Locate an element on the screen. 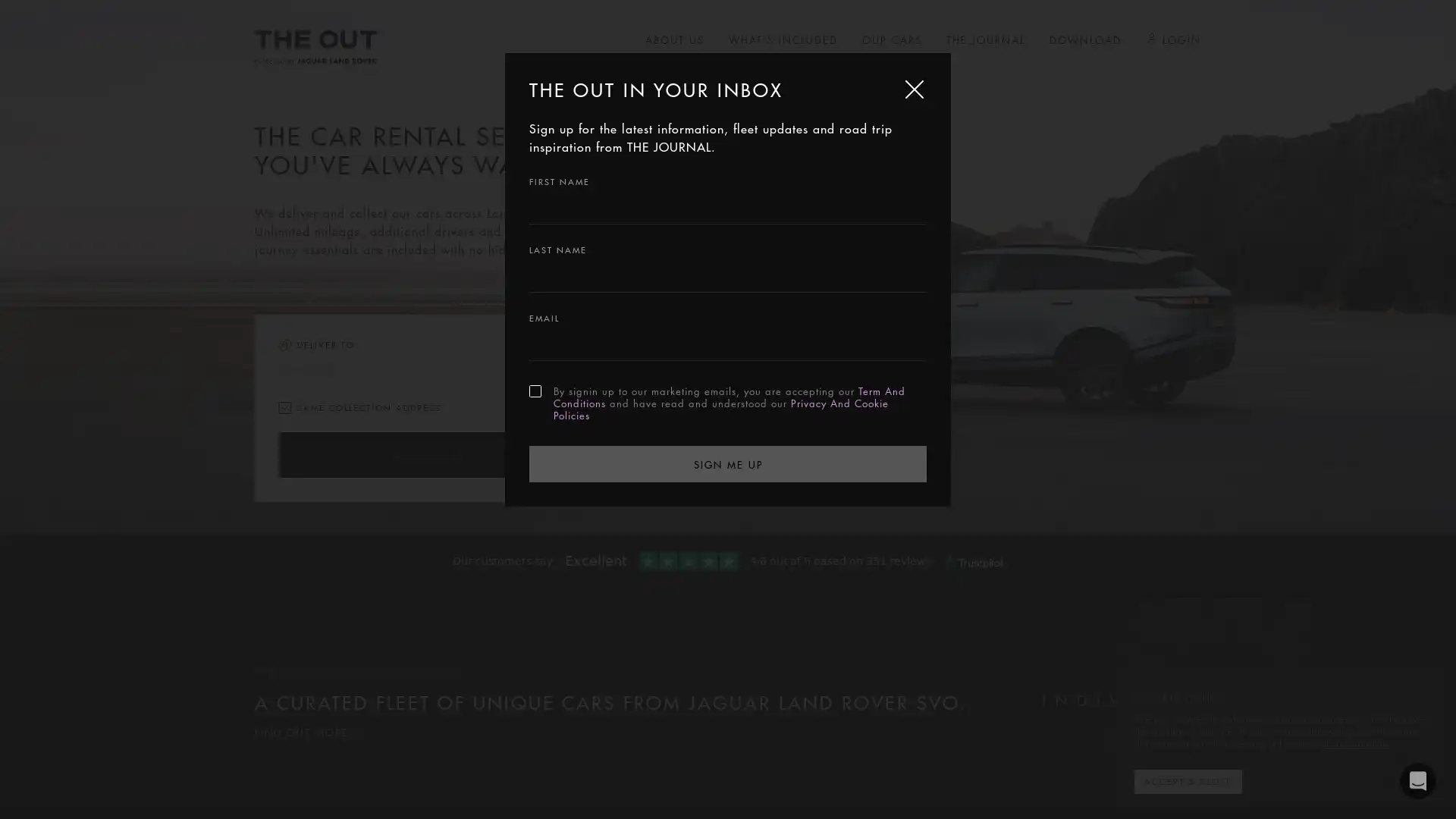  Open Intercom Messenger is located at coordinates (1417, 780).